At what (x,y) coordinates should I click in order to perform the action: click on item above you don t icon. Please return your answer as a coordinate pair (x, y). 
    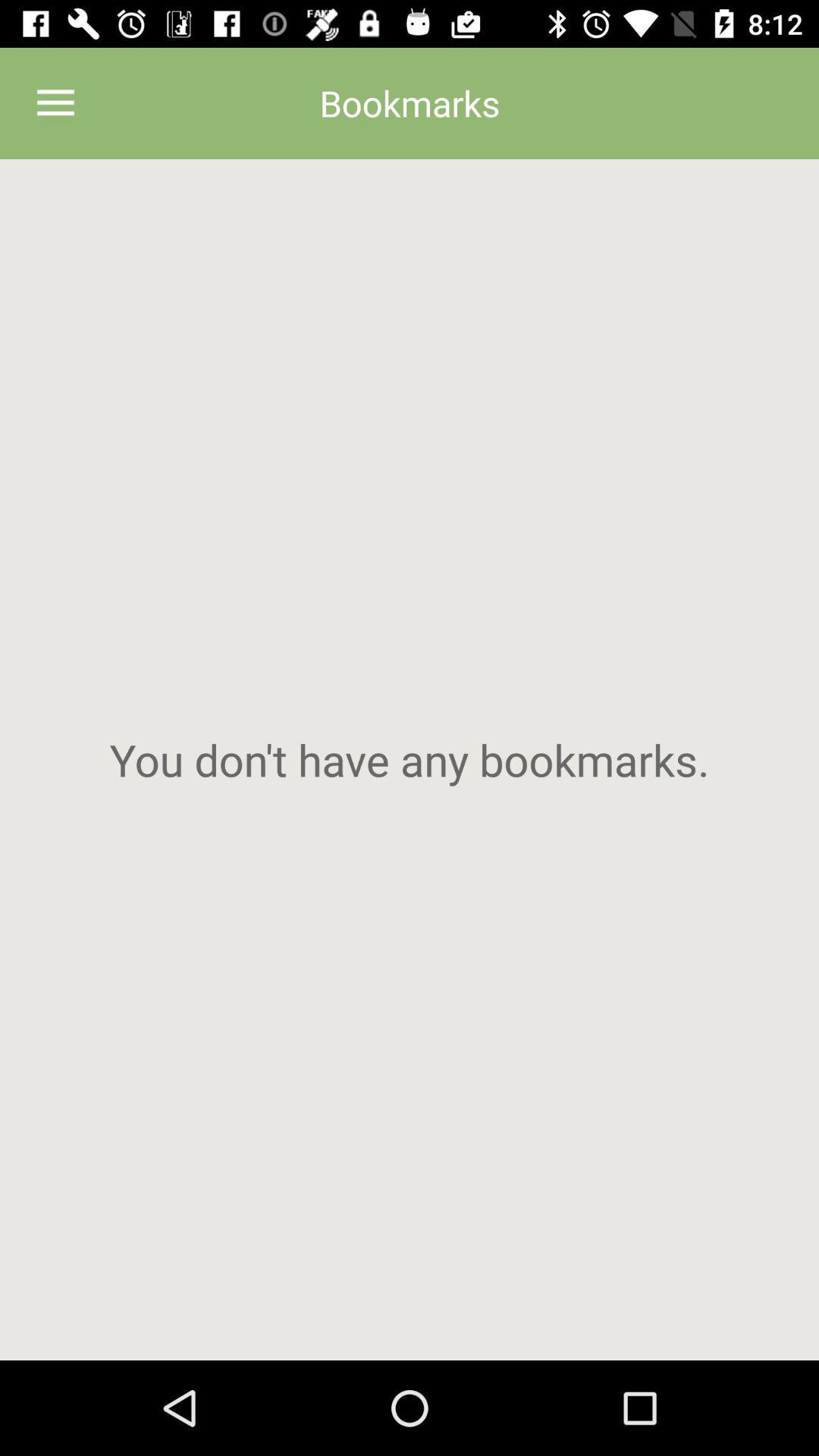
    Looking at the image, I should click on (55, 102).